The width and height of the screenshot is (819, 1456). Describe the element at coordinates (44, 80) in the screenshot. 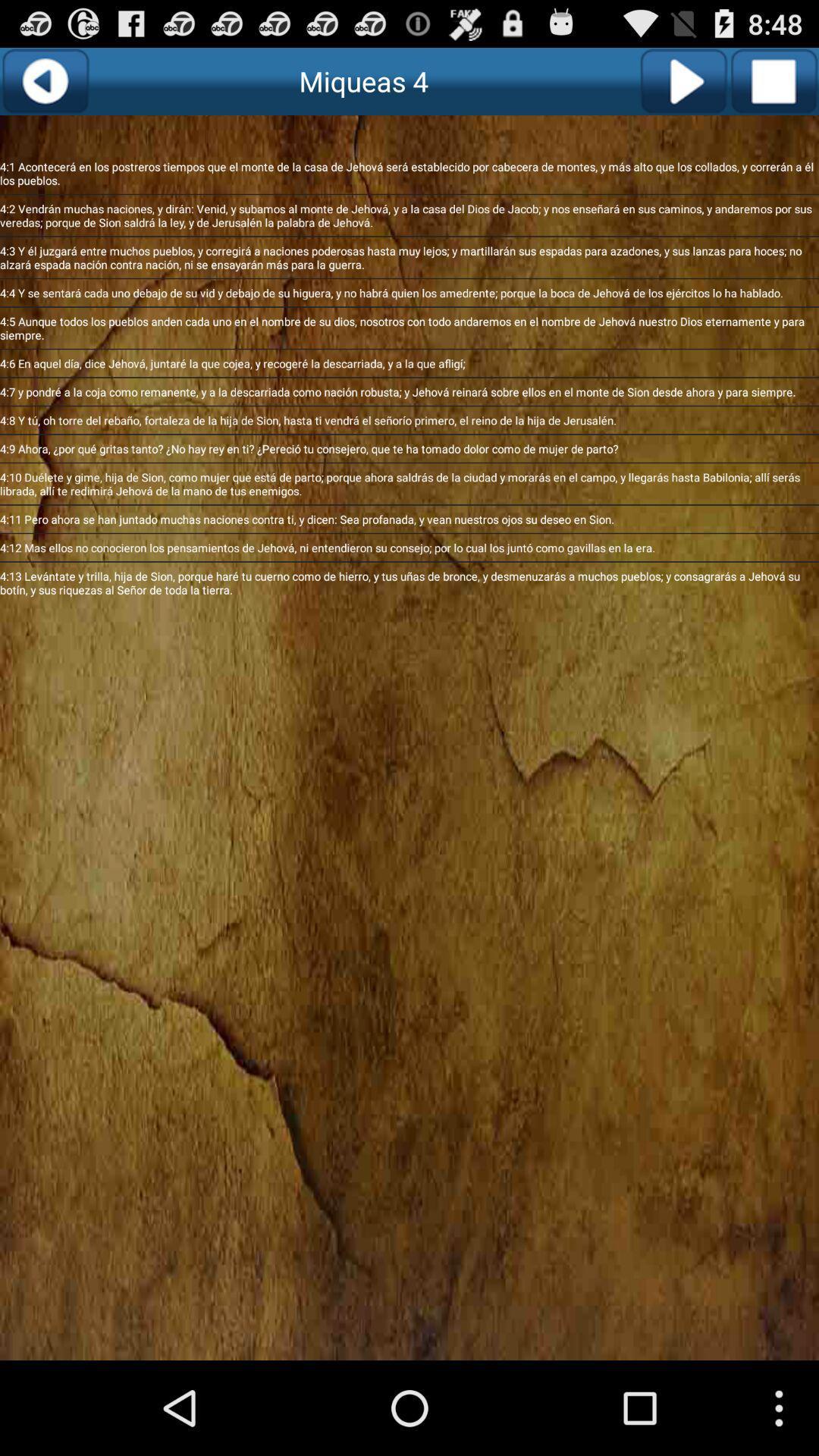

I see `the app next to miqueas 4 item` at that location.